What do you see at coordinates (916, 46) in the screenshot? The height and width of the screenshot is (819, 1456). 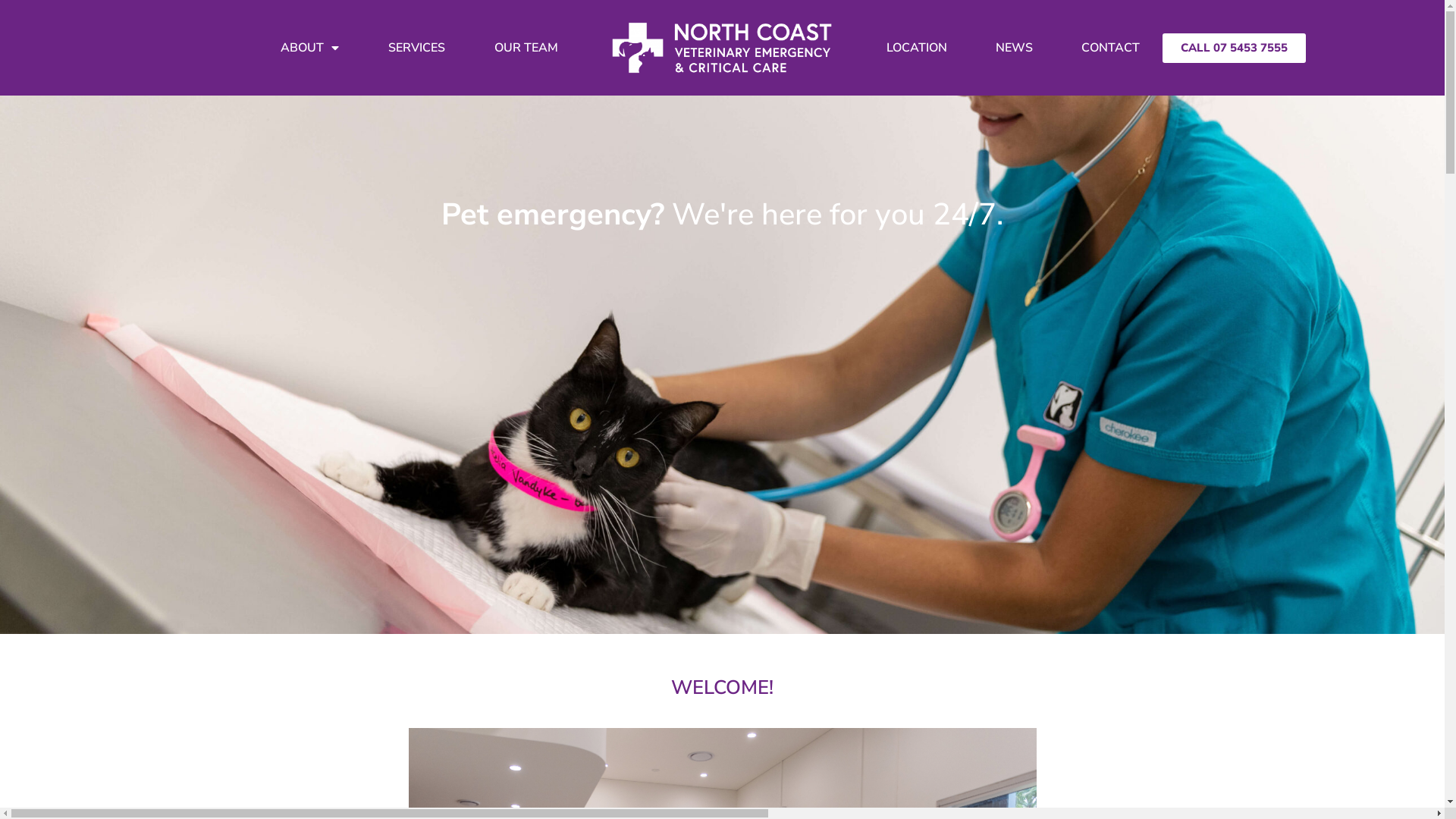 I see `'LOCATION'` at bounding box center [916, 46].